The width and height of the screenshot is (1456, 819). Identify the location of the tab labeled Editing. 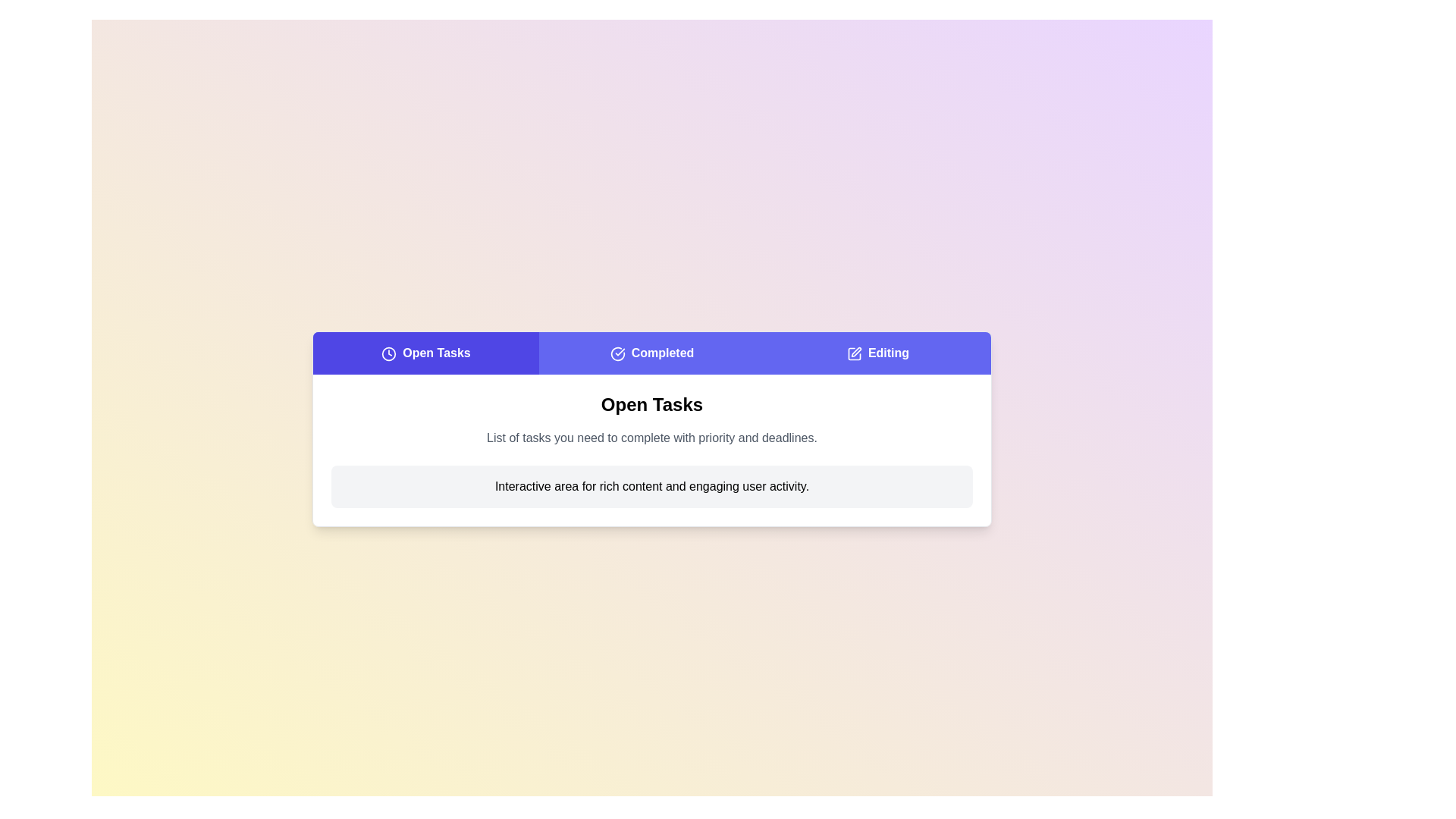
(877, 353).